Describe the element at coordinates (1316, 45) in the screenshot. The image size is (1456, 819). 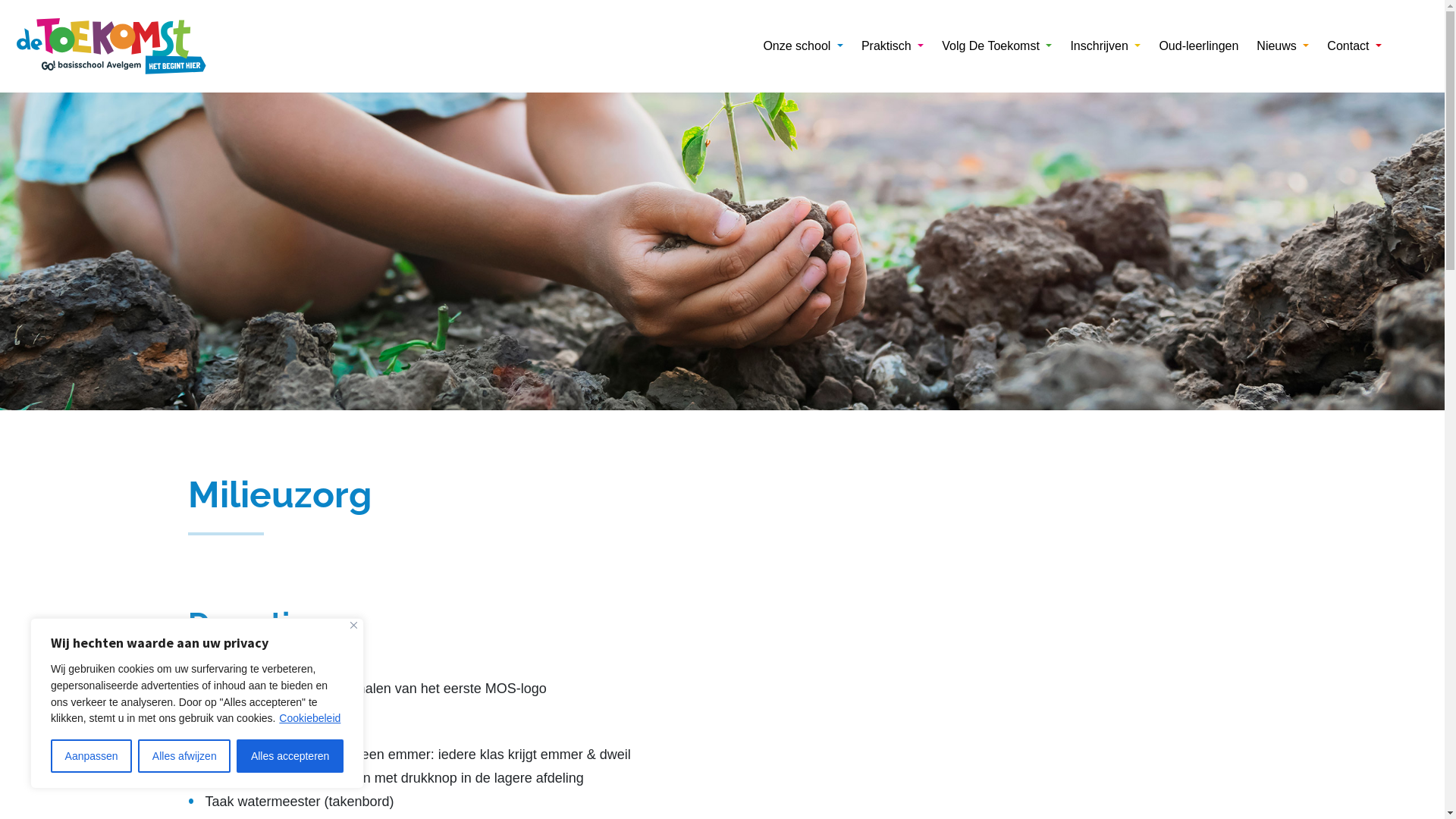
I see `'Contact'` at that location.